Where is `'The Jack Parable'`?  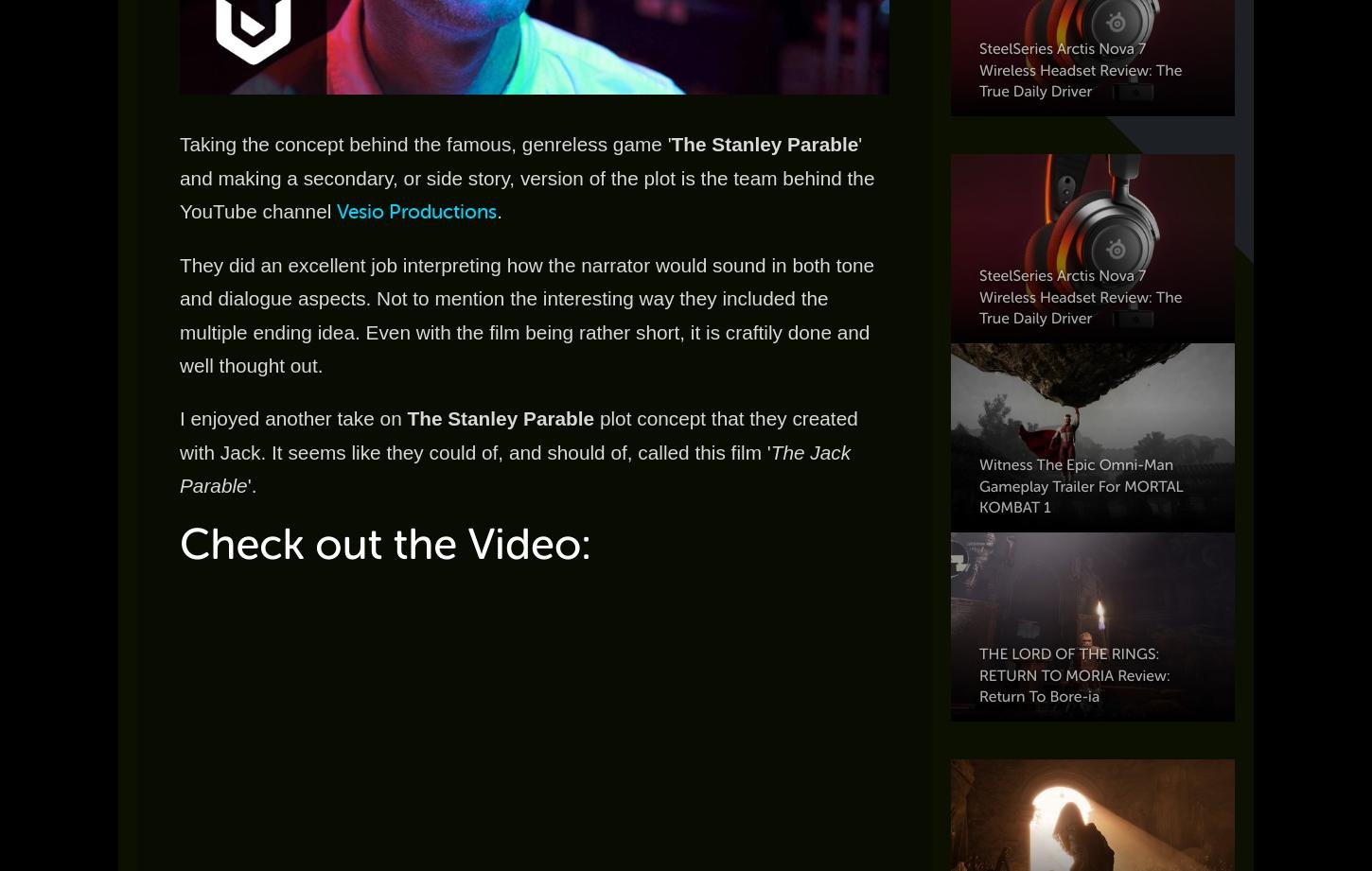 'The Jack Parable' is located at coordinates (178, 467).